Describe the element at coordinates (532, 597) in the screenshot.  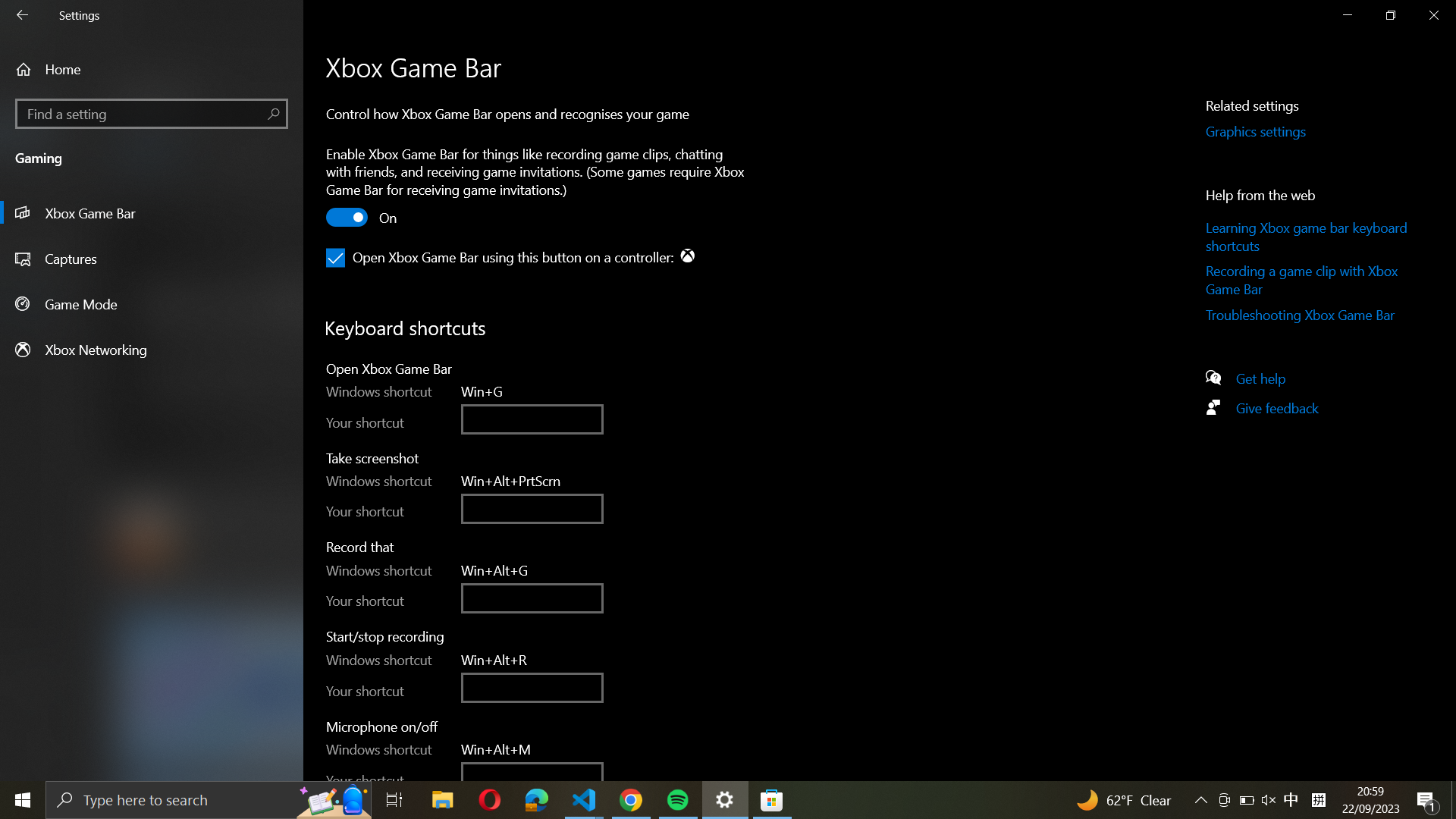
I see `Input the "Win+R" combination into the "Record that" text input field` at that location.